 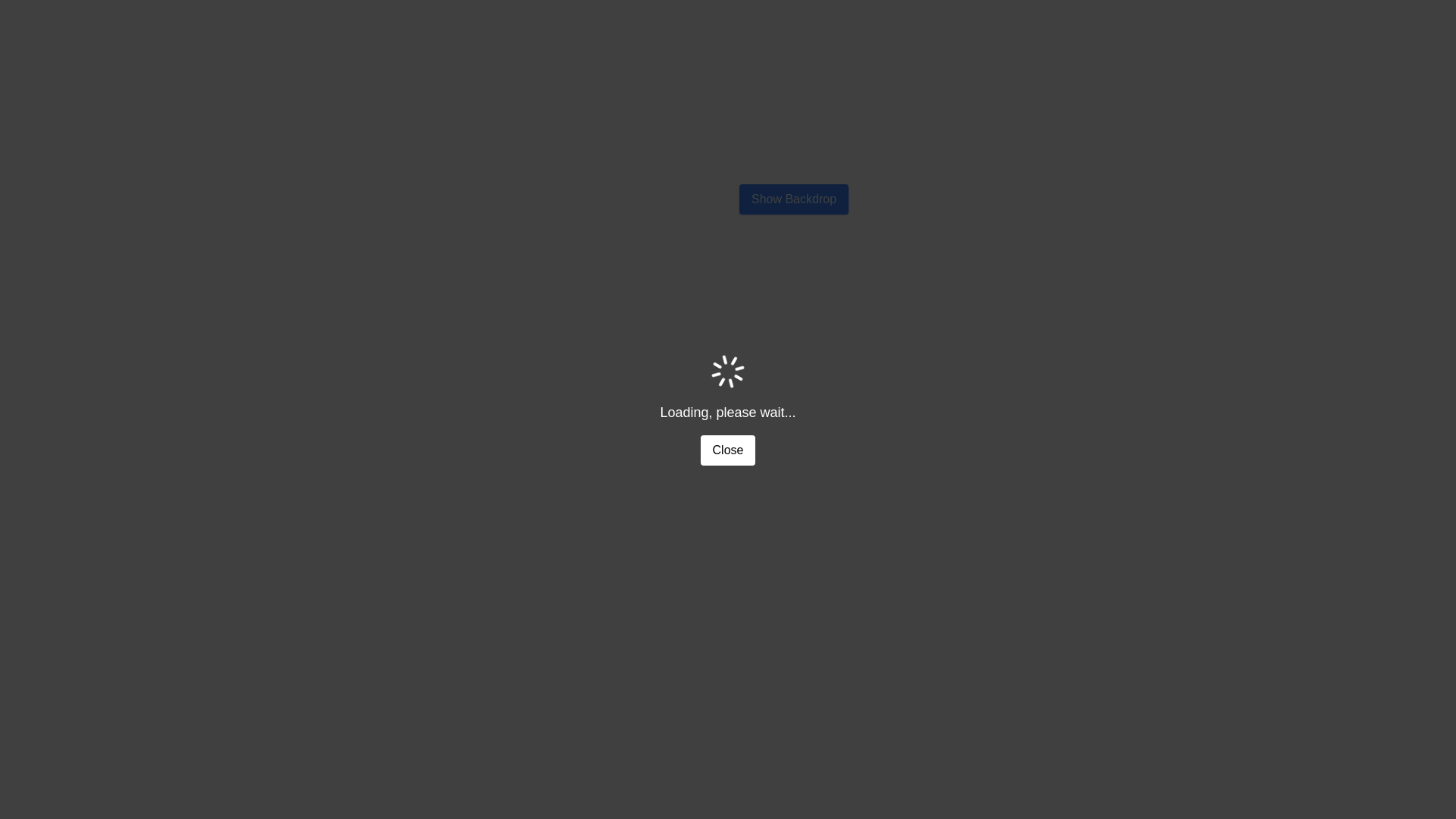 What do you see at coordinates (728, 412) in the screenshot?
I see `text displayed in the Text Label that indicates the system is currently processing or loading an operation, positioned below a spinning loader icon and above a 'Close' button` at bounding box center [728, 412].